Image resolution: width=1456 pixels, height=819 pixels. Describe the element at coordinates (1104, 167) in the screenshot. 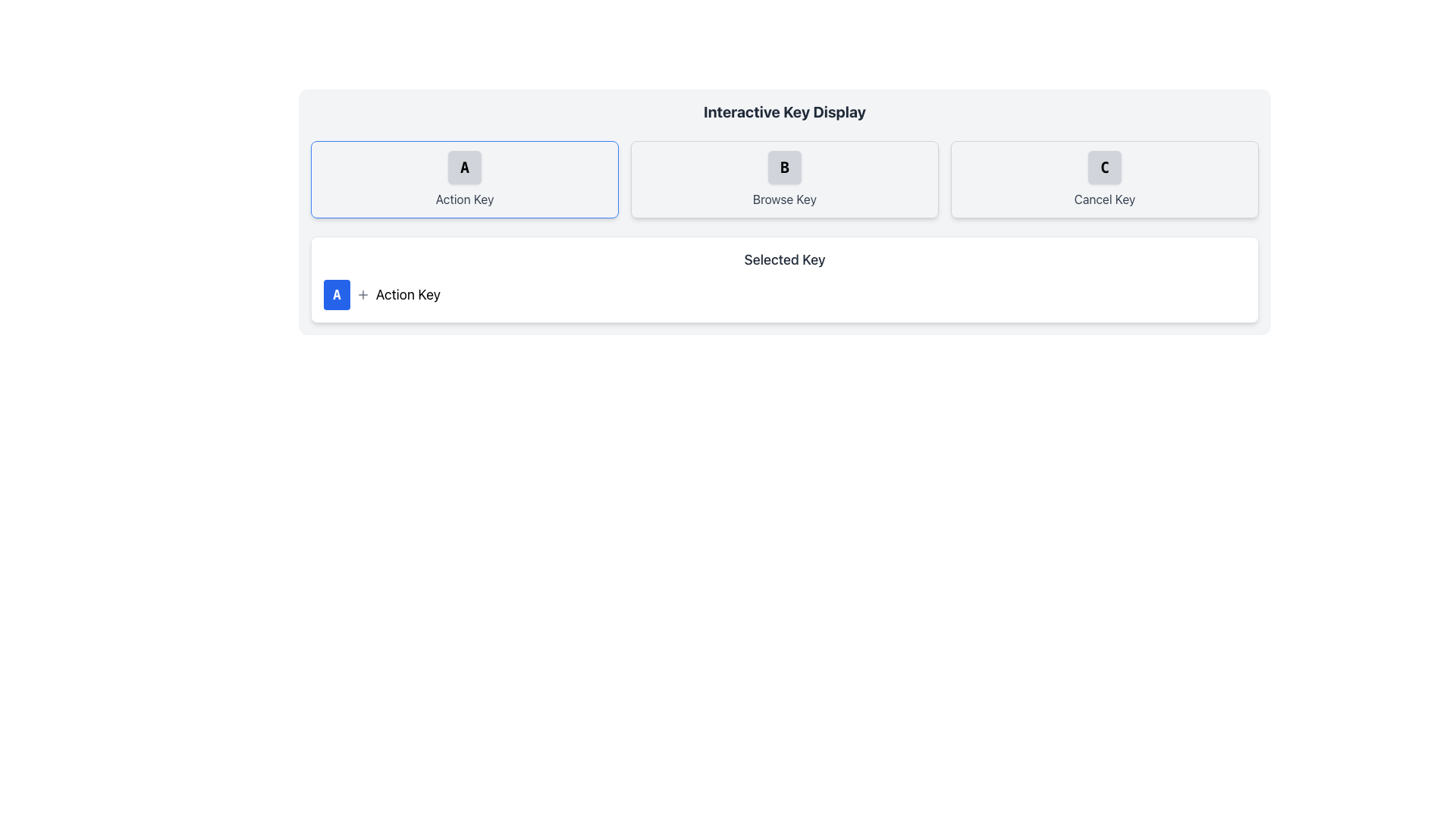

I see `the text label representing the character 'C', which signifies the 'Cancel Key' function on the button labeled 'Cancel Key'` at that location.